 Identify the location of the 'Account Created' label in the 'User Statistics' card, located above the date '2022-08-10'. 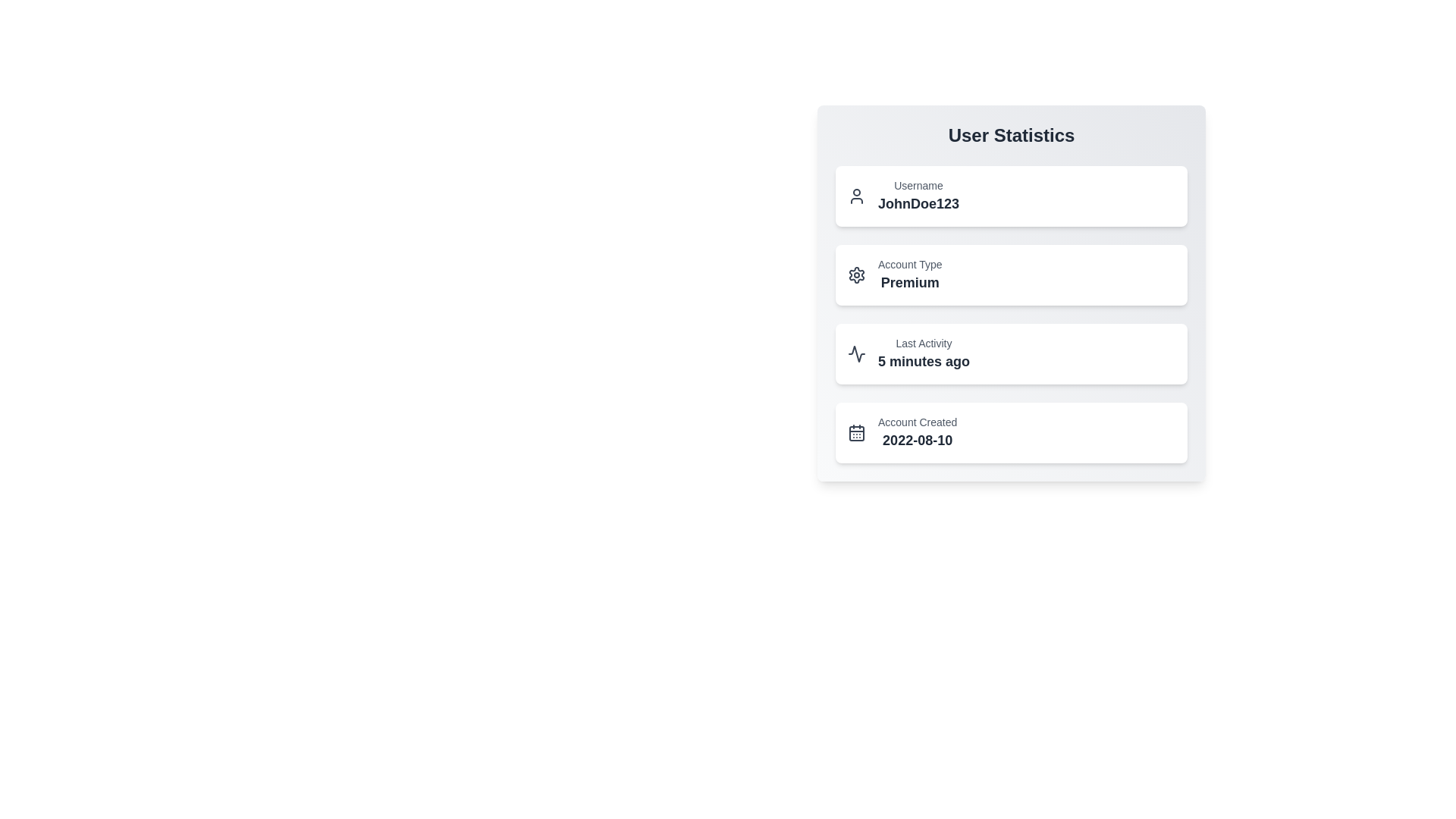
(917, 422).